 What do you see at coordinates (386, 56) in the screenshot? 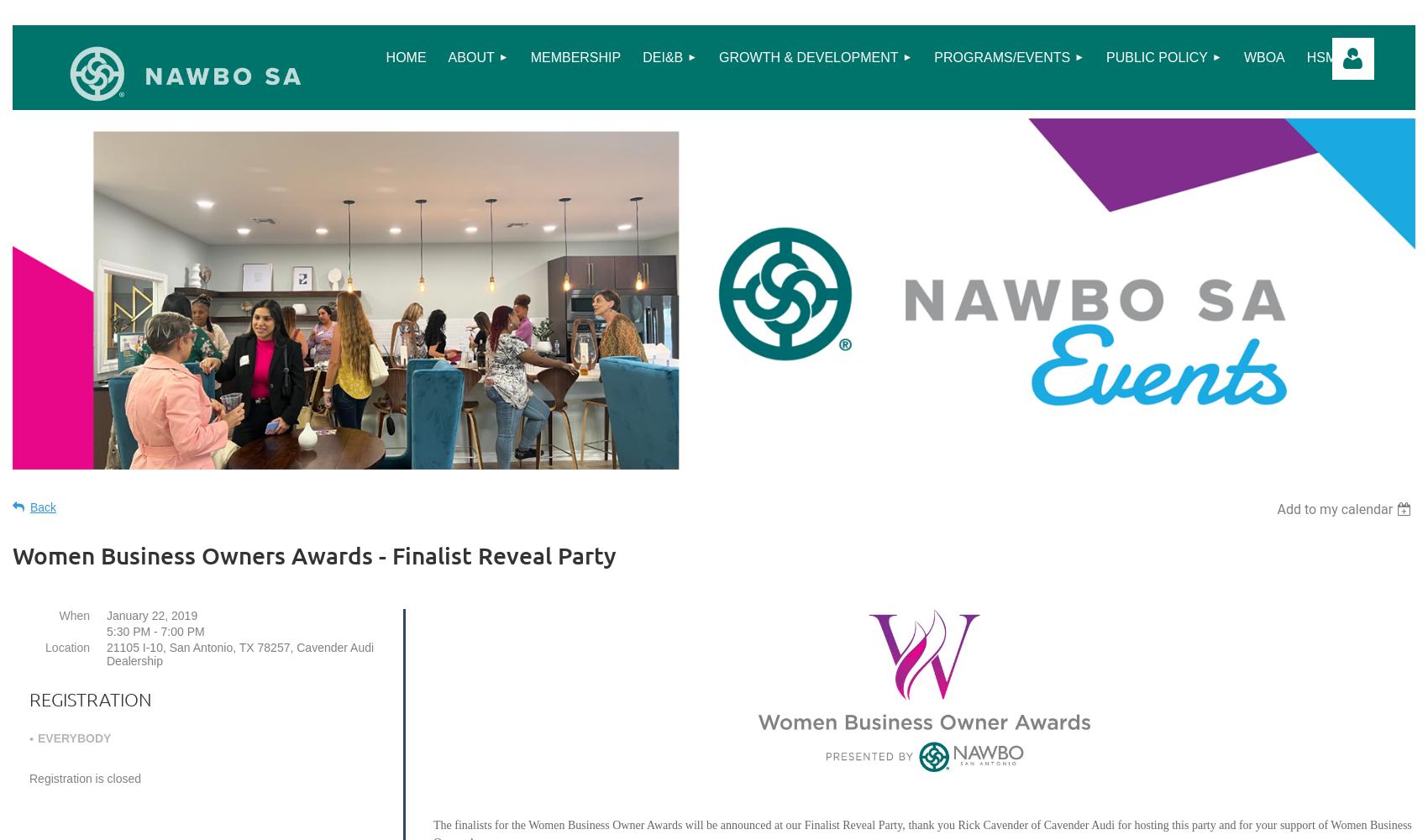
I see `'Home'` at bounding box center [386, 56].